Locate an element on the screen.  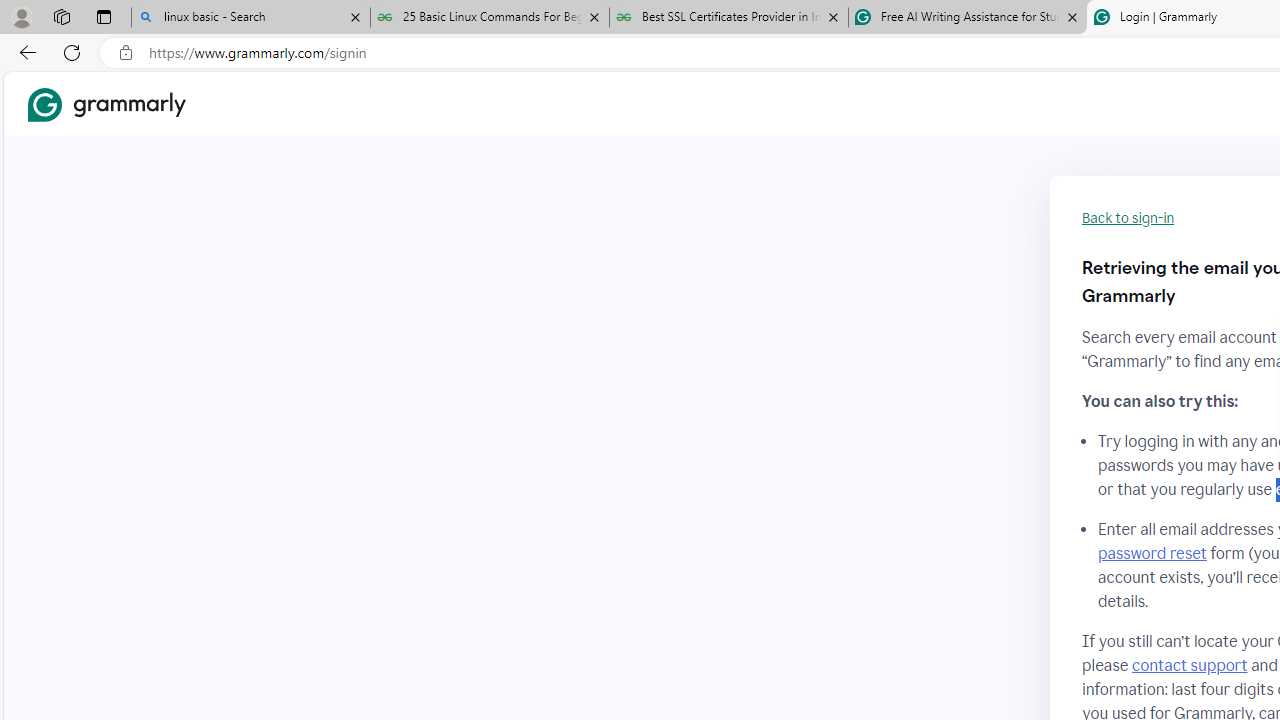
'contact support' is located at coordinates (1189, 665).